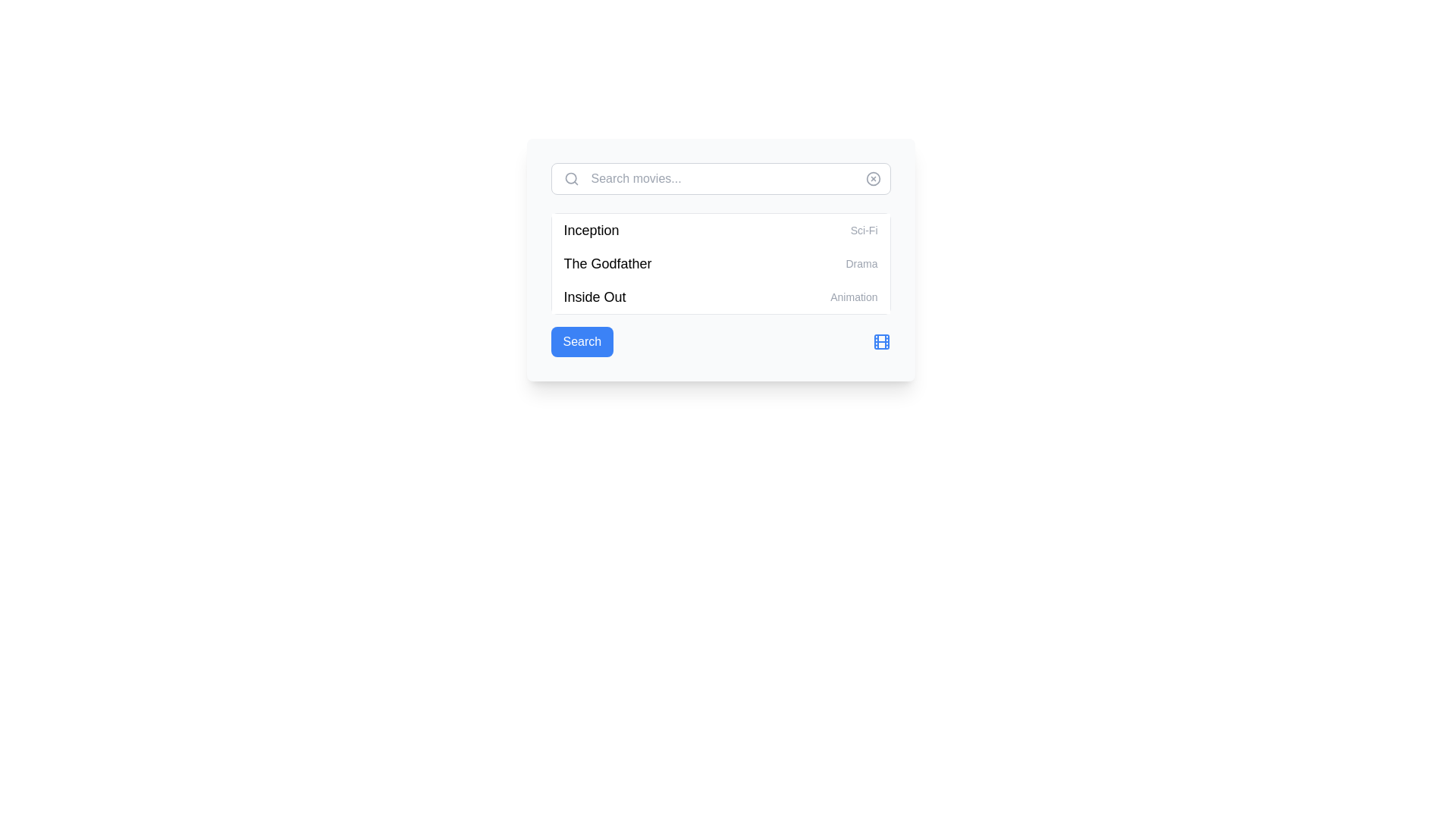  What do you see at coordinates (720, 262) in the screenshot?
I see `the movie entry list item for 'The Godfather'` at bounding box center [720, 262].